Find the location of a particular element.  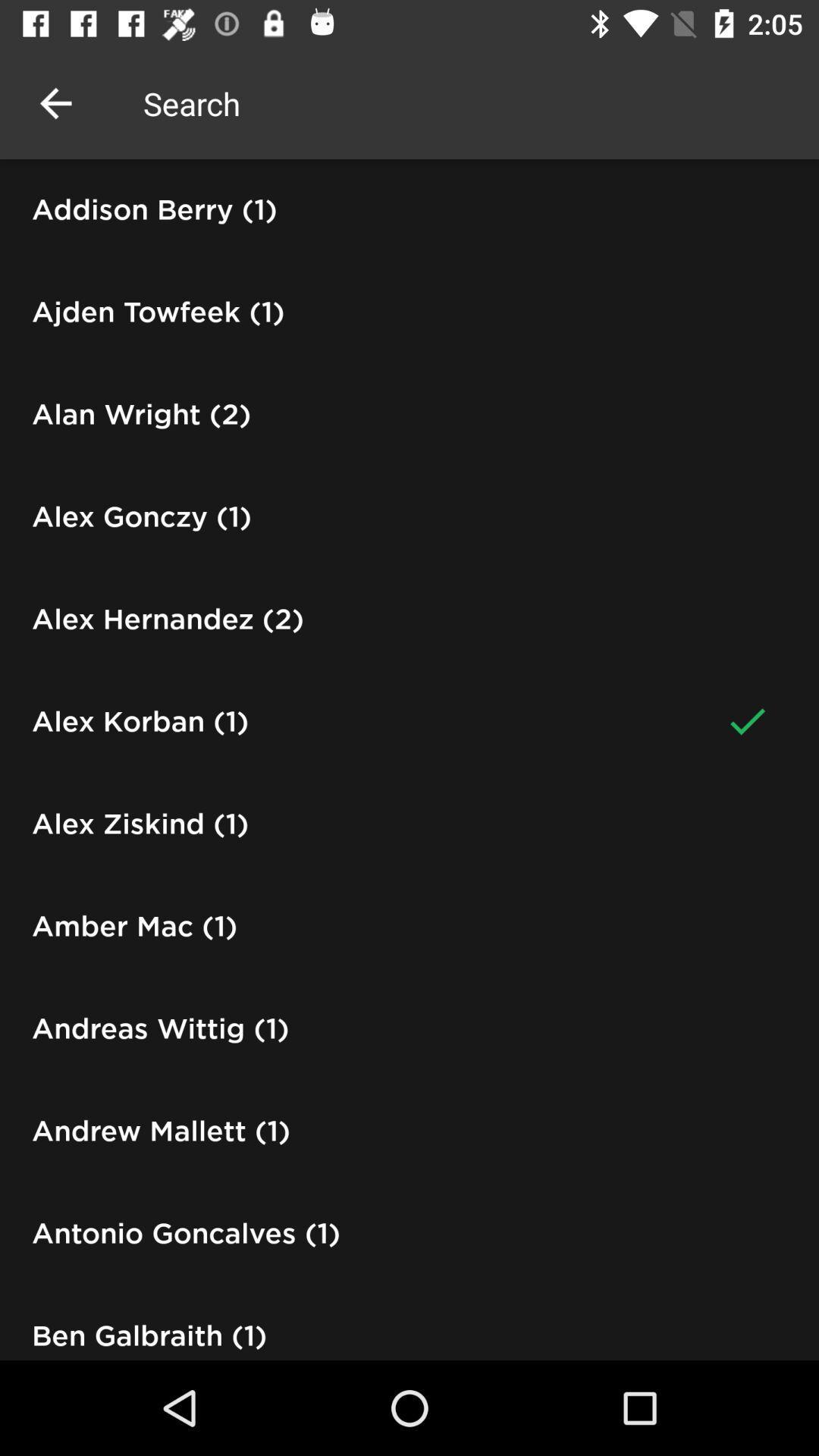

the icon above the addison berry (1) icon is located at coordinates (55, 102).